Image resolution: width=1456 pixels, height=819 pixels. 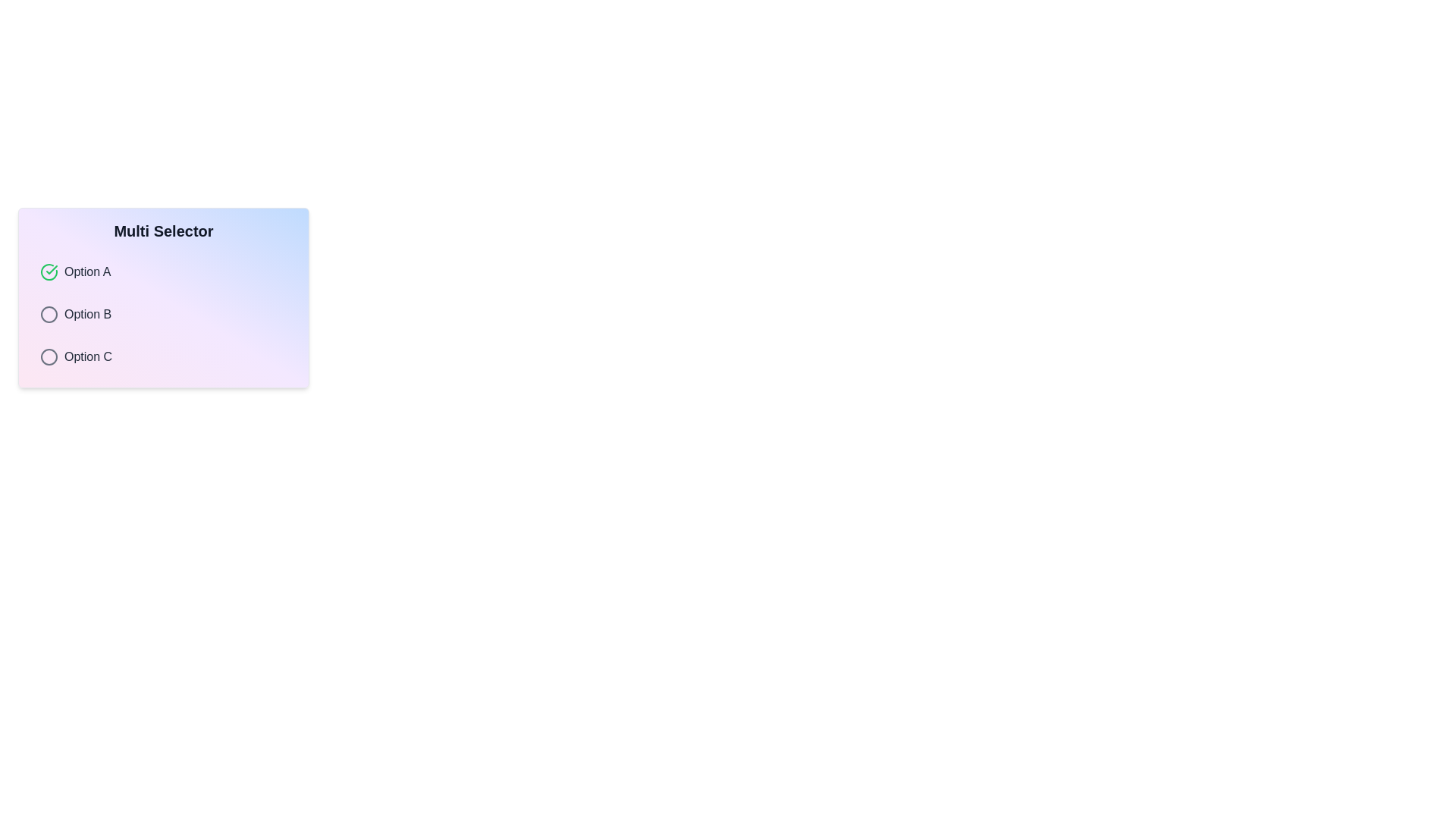 What do you see at coordinates (49, 271) in the screenshot?
I see `the 'Option A' element to deselect it` at bounding box center [49, 271].